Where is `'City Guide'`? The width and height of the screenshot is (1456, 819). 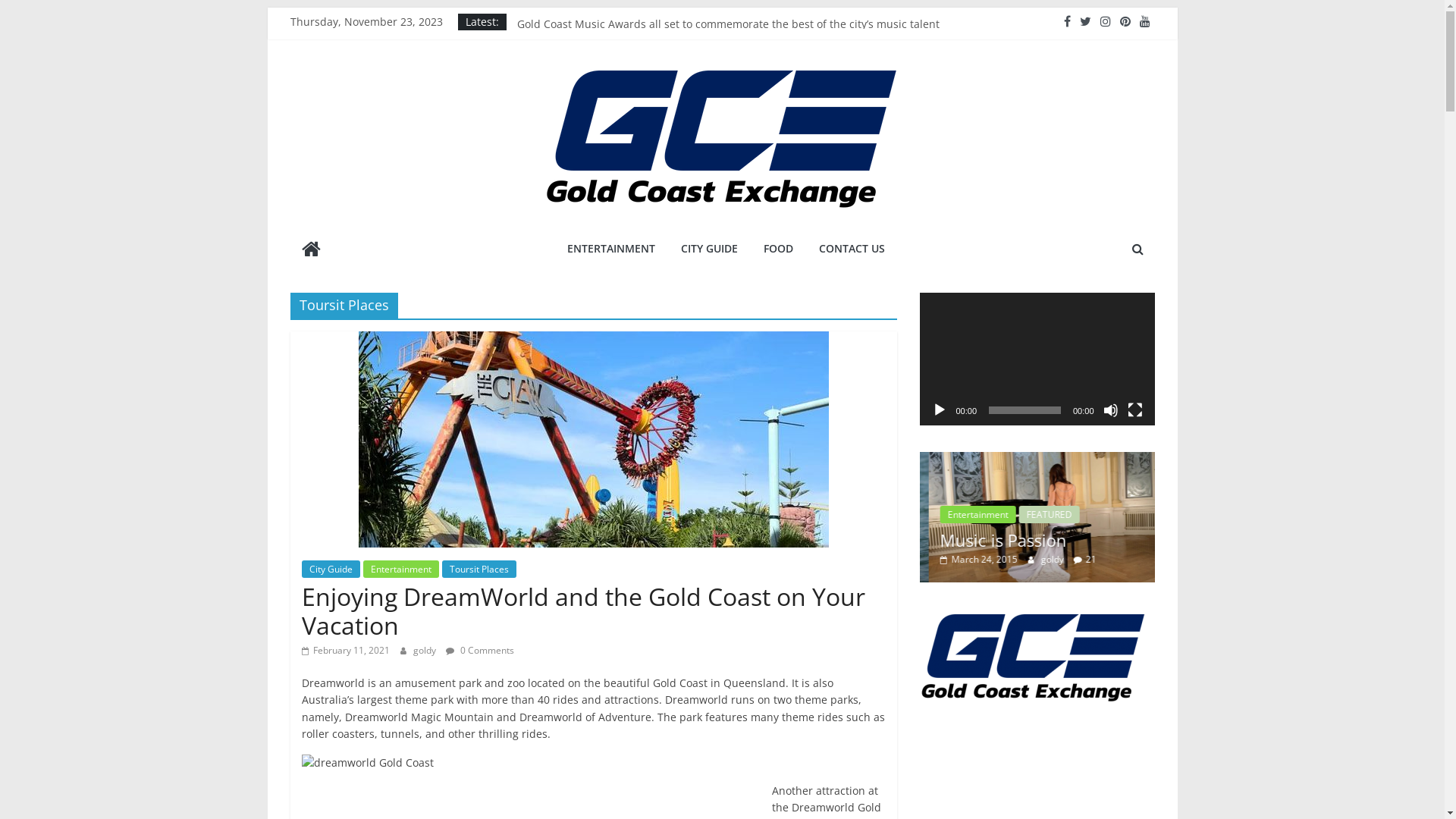 'City Guide' is located at coordinates (302, 569).